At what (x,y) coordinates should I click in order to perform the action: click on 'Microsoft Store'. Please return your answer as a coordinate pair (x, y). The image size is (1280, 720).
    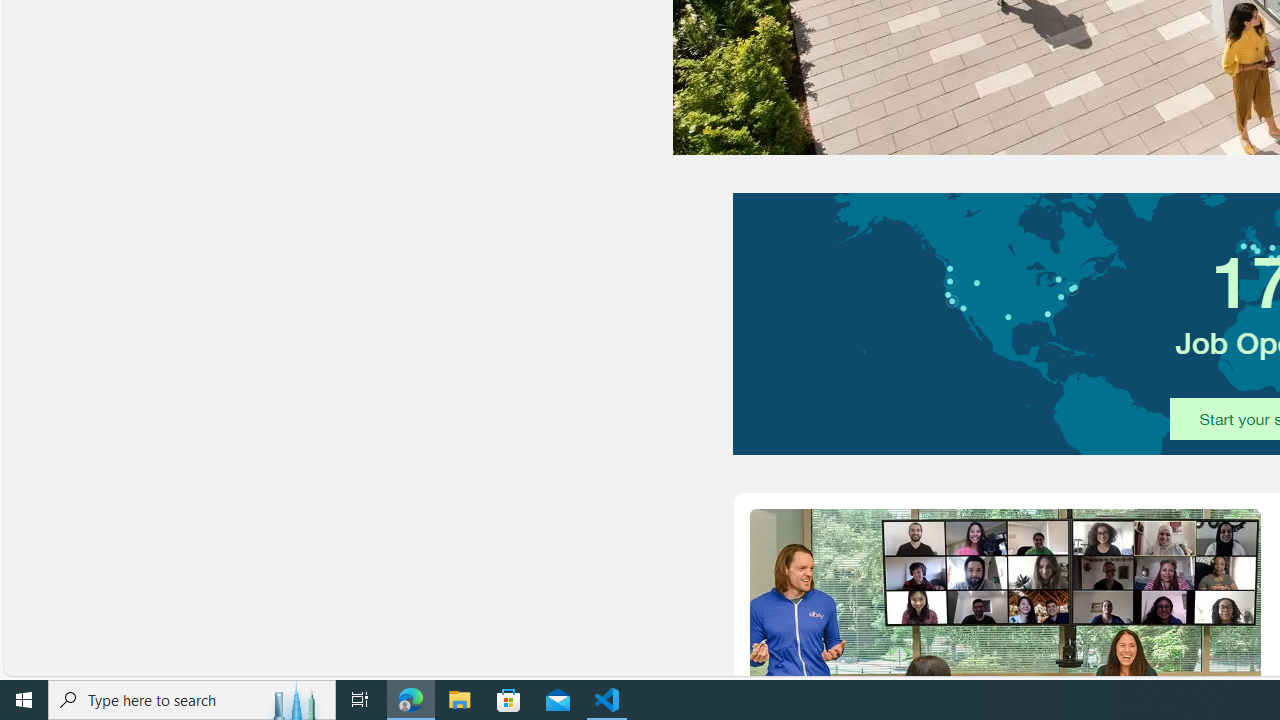
    Looking at the image, I should click on (509, 698).